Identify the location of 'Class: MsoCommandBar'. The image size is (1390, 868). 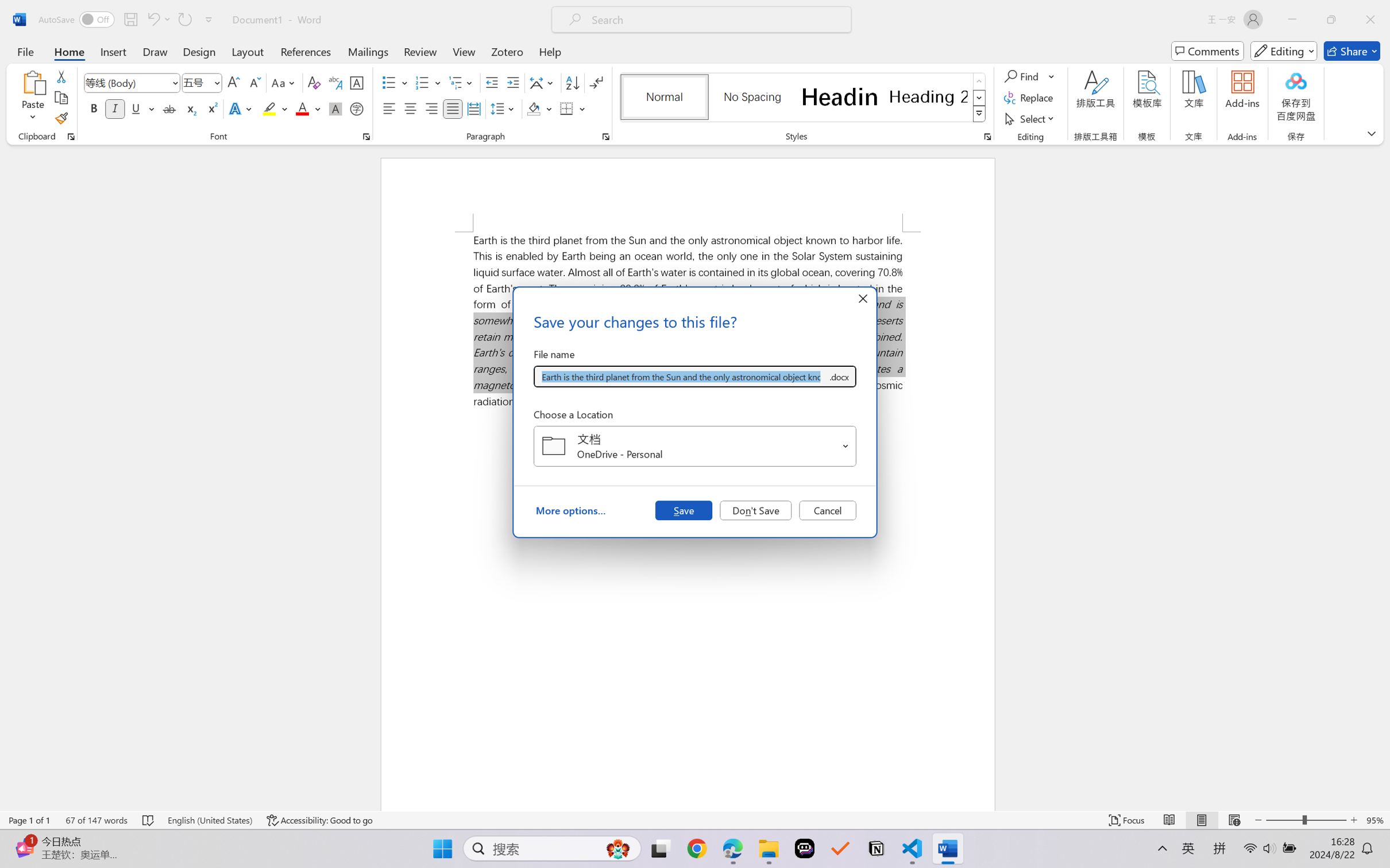
(695, 820).